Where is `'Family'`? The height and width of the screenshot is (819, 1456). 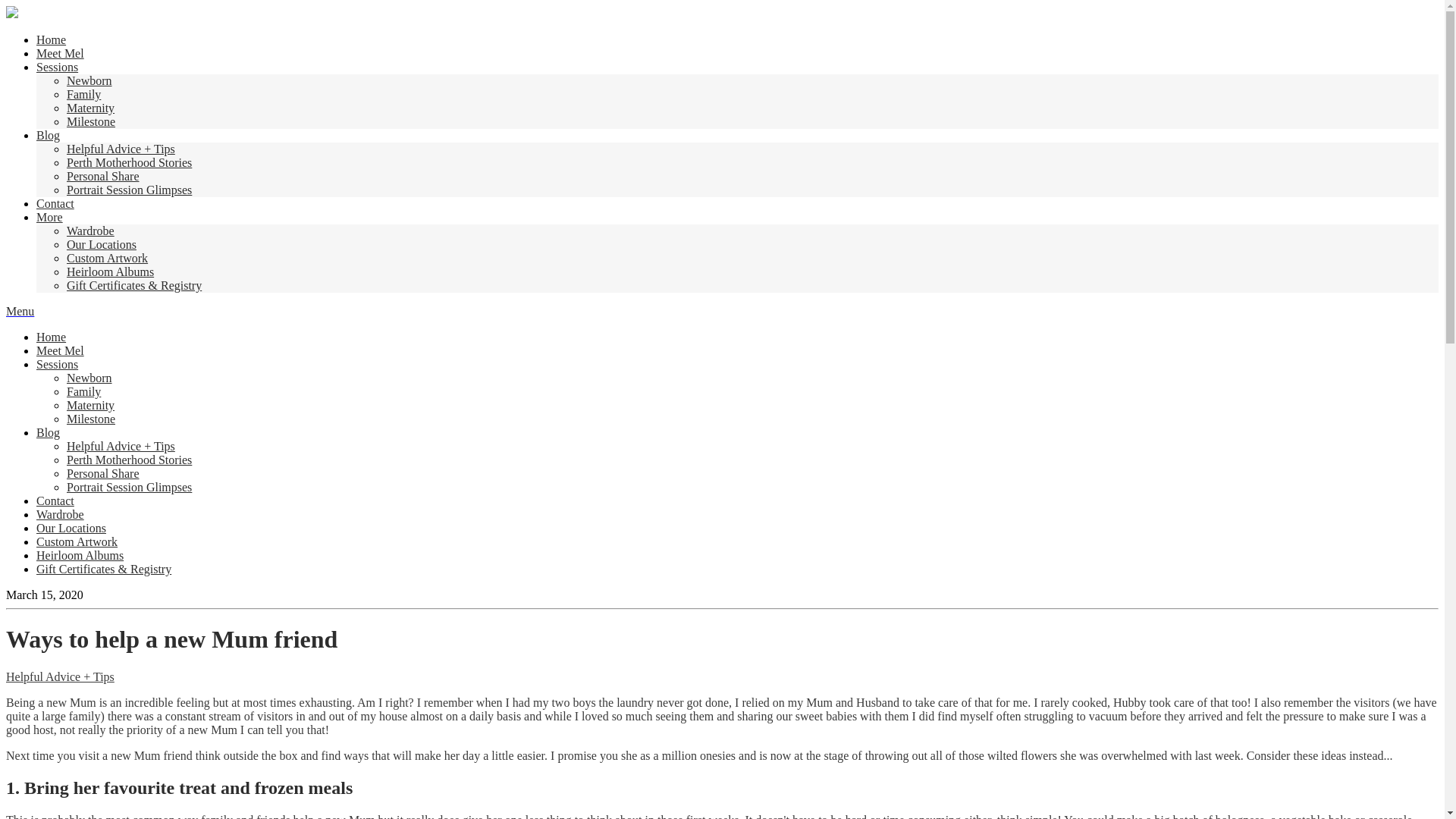 'Family' is located at coordinates (65, 391).